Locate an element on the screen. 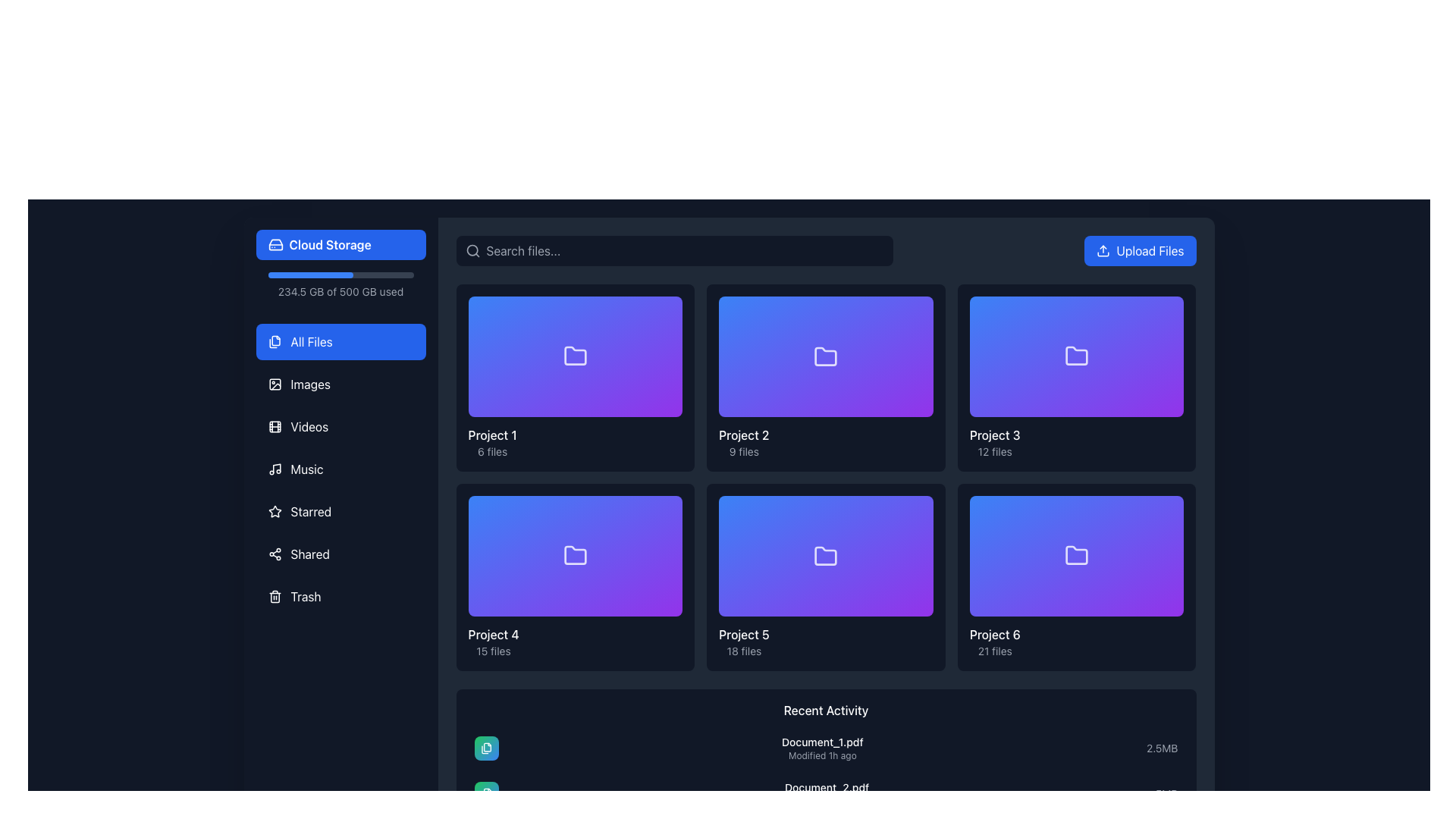 This screenshot has width=1456, height=819. the 'Images' text label in the sidebar is located at coordinates (309, 383).